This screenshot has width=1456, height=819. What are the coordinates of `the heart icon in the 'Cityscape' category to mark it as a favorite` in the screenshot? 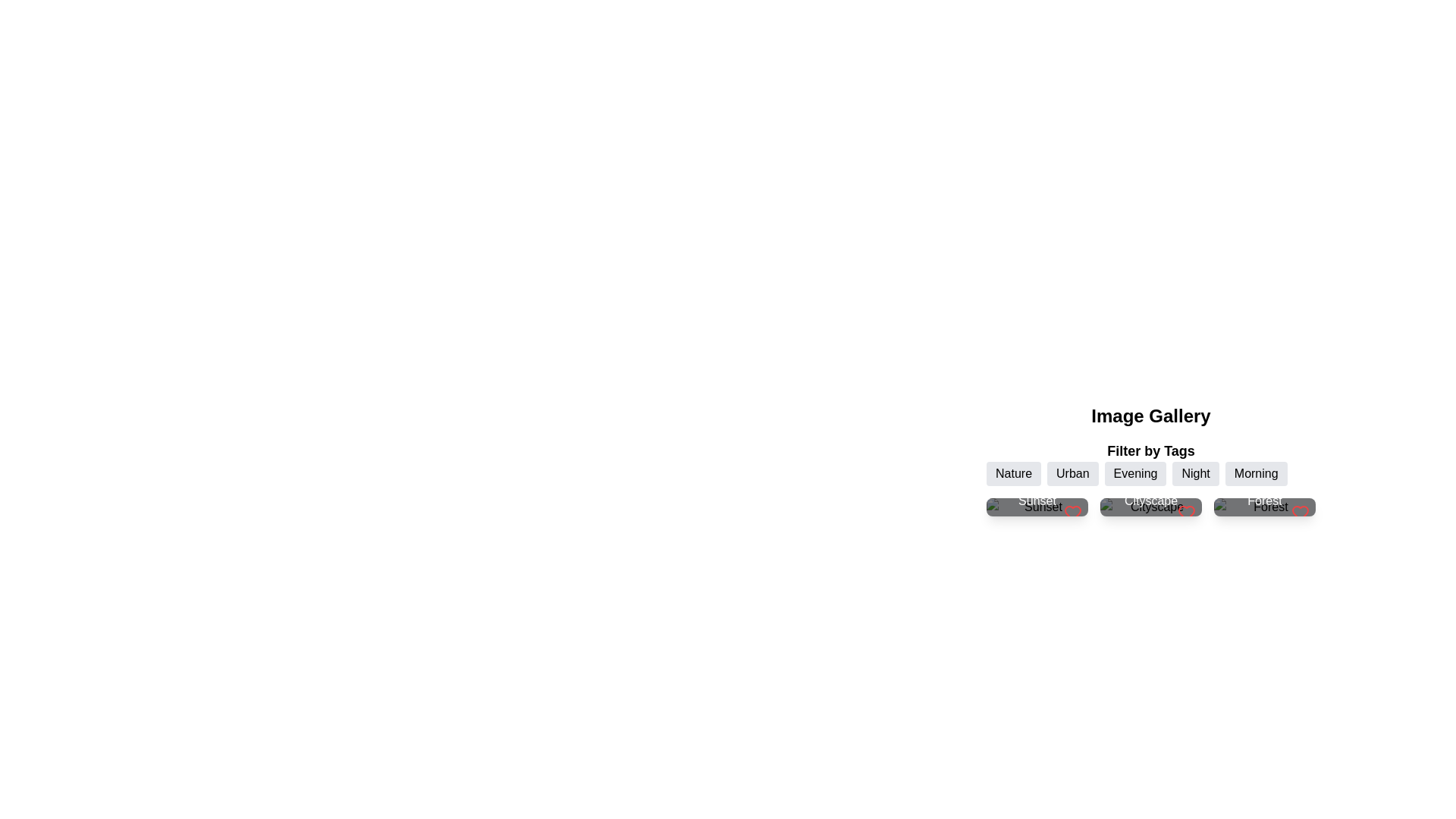 It's located at (1185, 513).